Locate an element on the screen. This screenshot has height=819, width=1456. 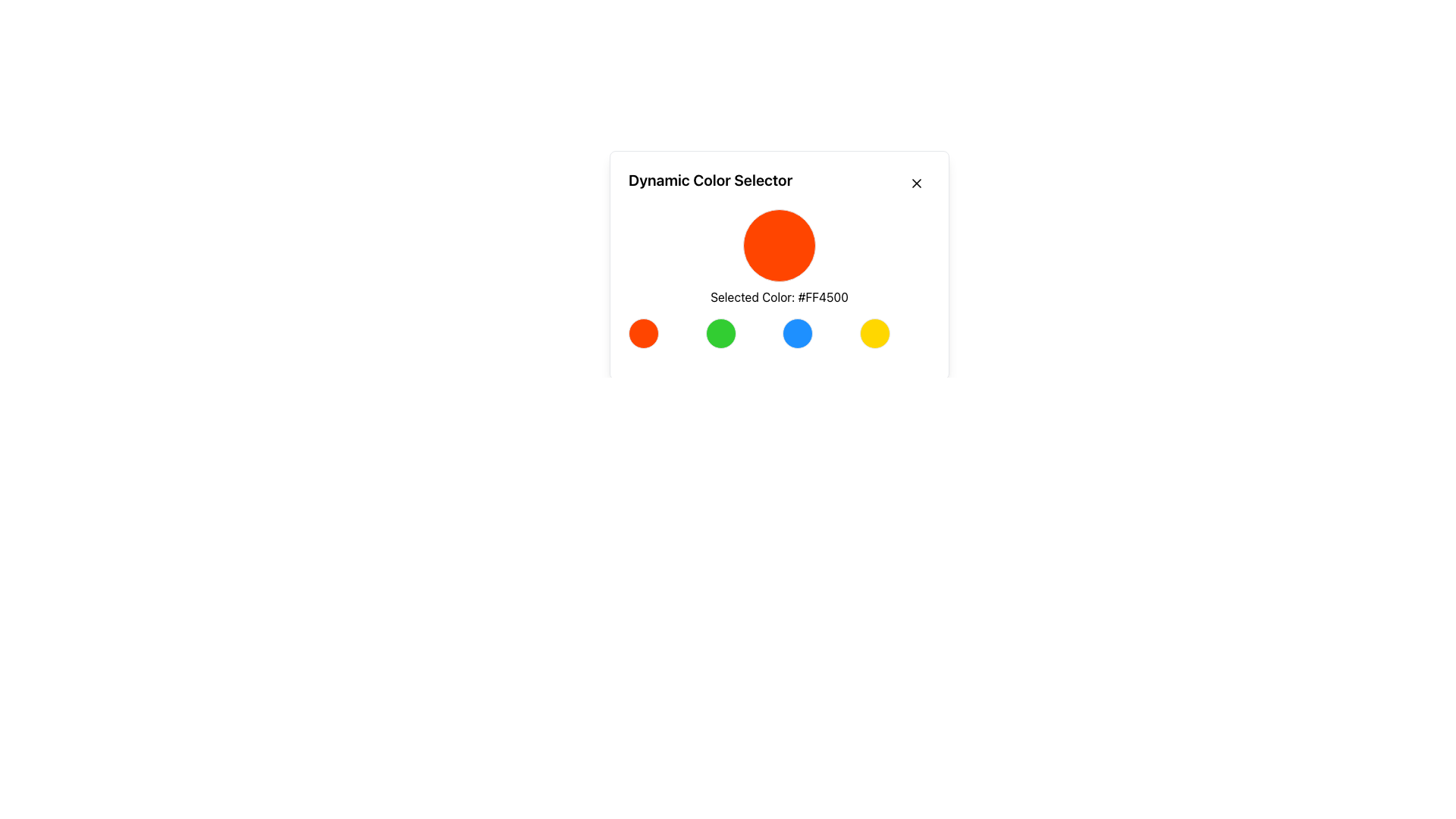
the small circular button with a black 'X' icon at the top-right corner of the 'Dynamic Color Selector' modal is located at coordinates (916, 183).